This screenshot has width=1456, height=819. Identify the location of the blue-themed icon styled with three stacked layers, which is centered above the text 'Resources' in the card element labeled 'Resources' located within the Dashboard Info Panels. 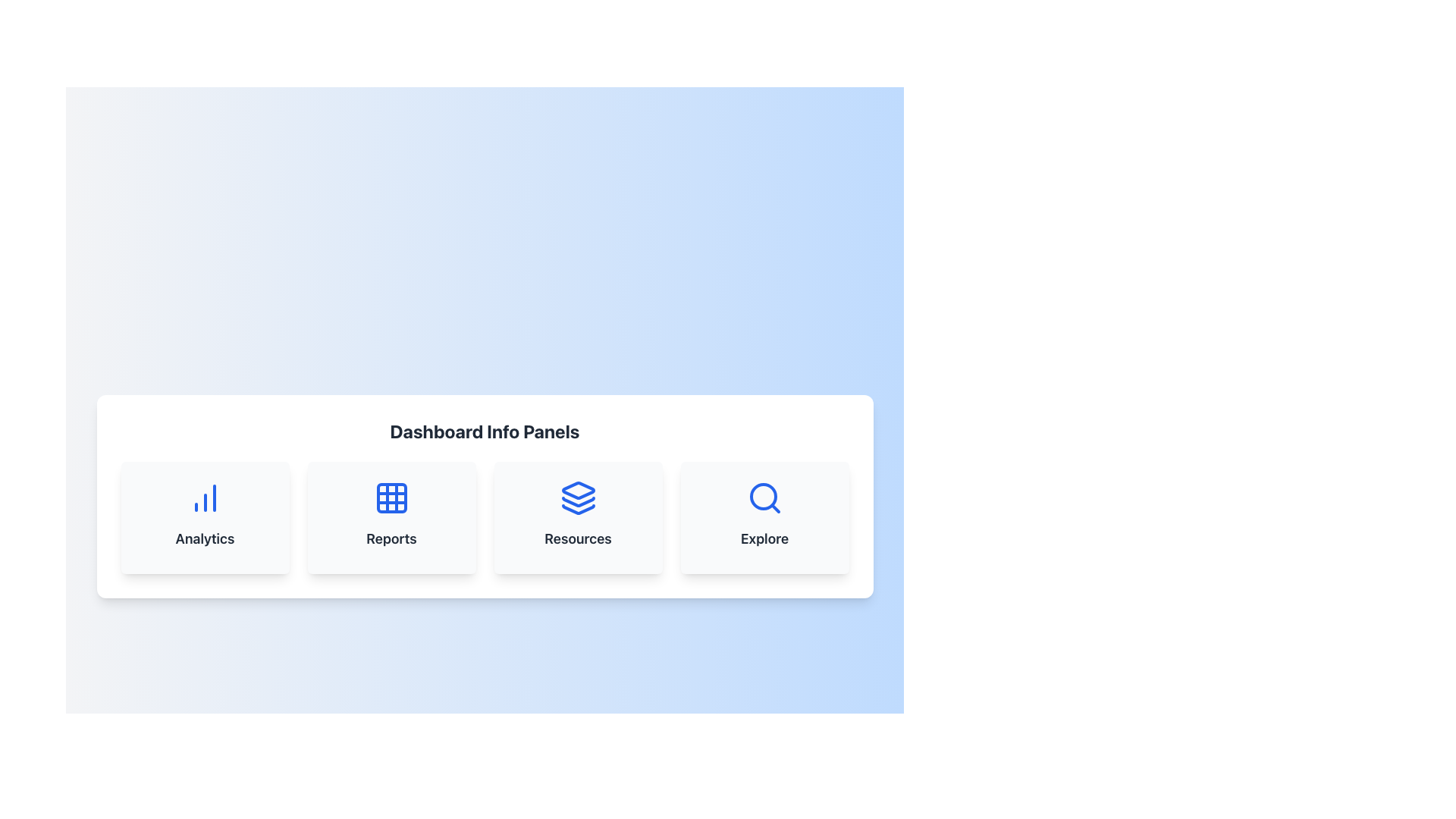
(577, 497).